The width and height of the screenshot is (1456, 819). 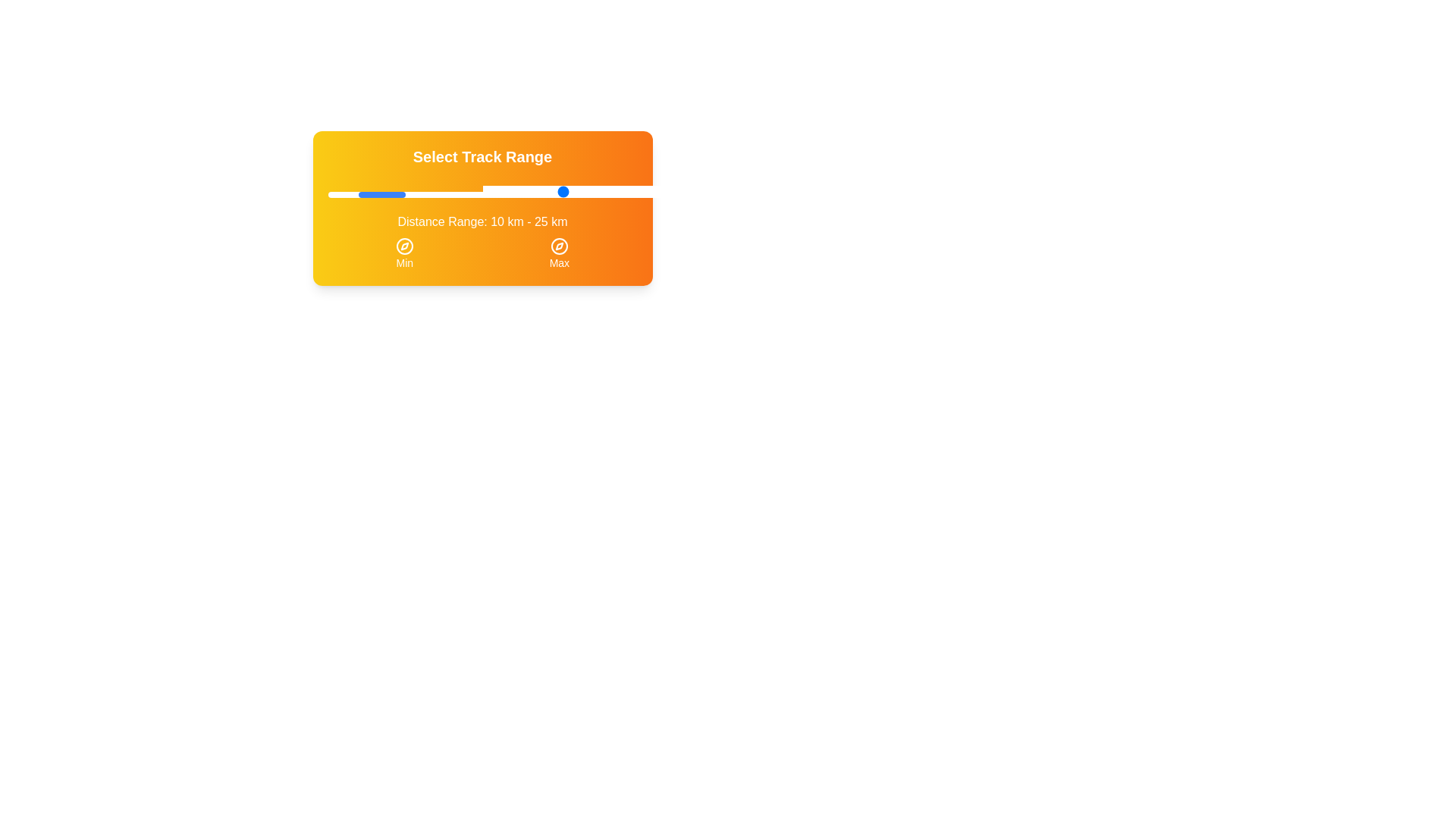 I want to click on the slider, so click(x=550, y=191).